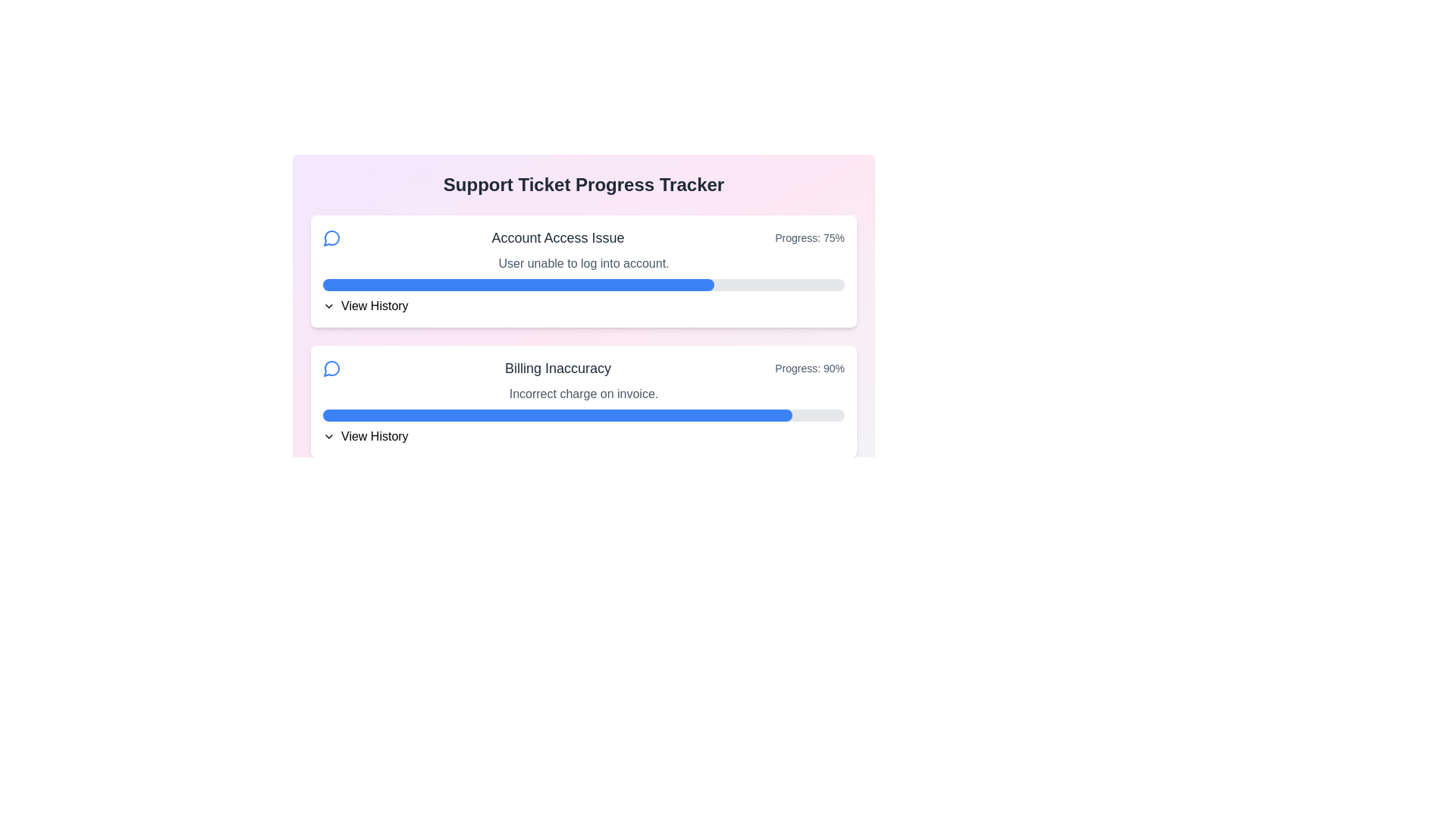 Image resolution: width=1456 pixels, height=819 pixels. What do you see at coordinates (331, 369) in the screenshot?
I see `the communication icon located under the 'Billing Inaccuracy' section, which is the first element in a horizontal row and aligned with the 'Progress: 90%' label` at bounding box center [331, 369].